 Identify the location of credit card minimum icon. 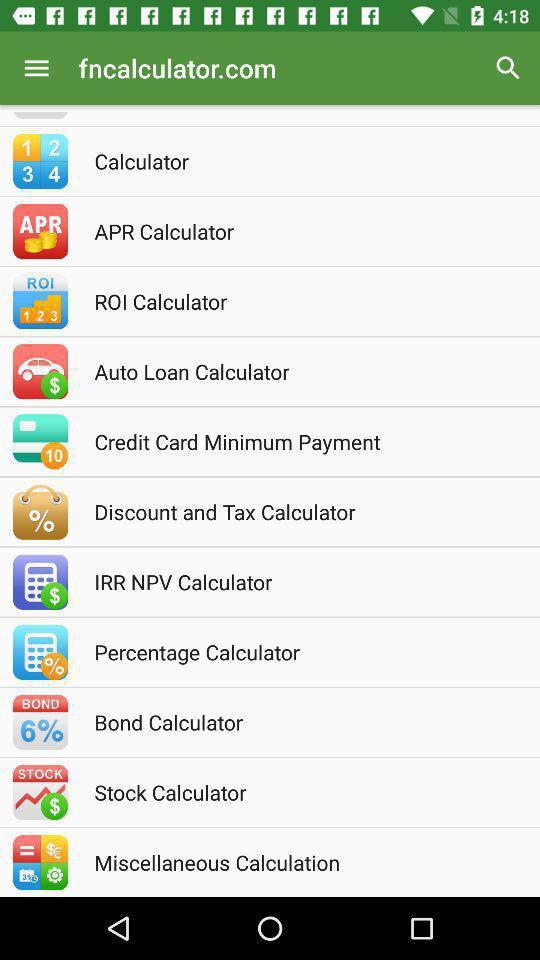
(296, 441).